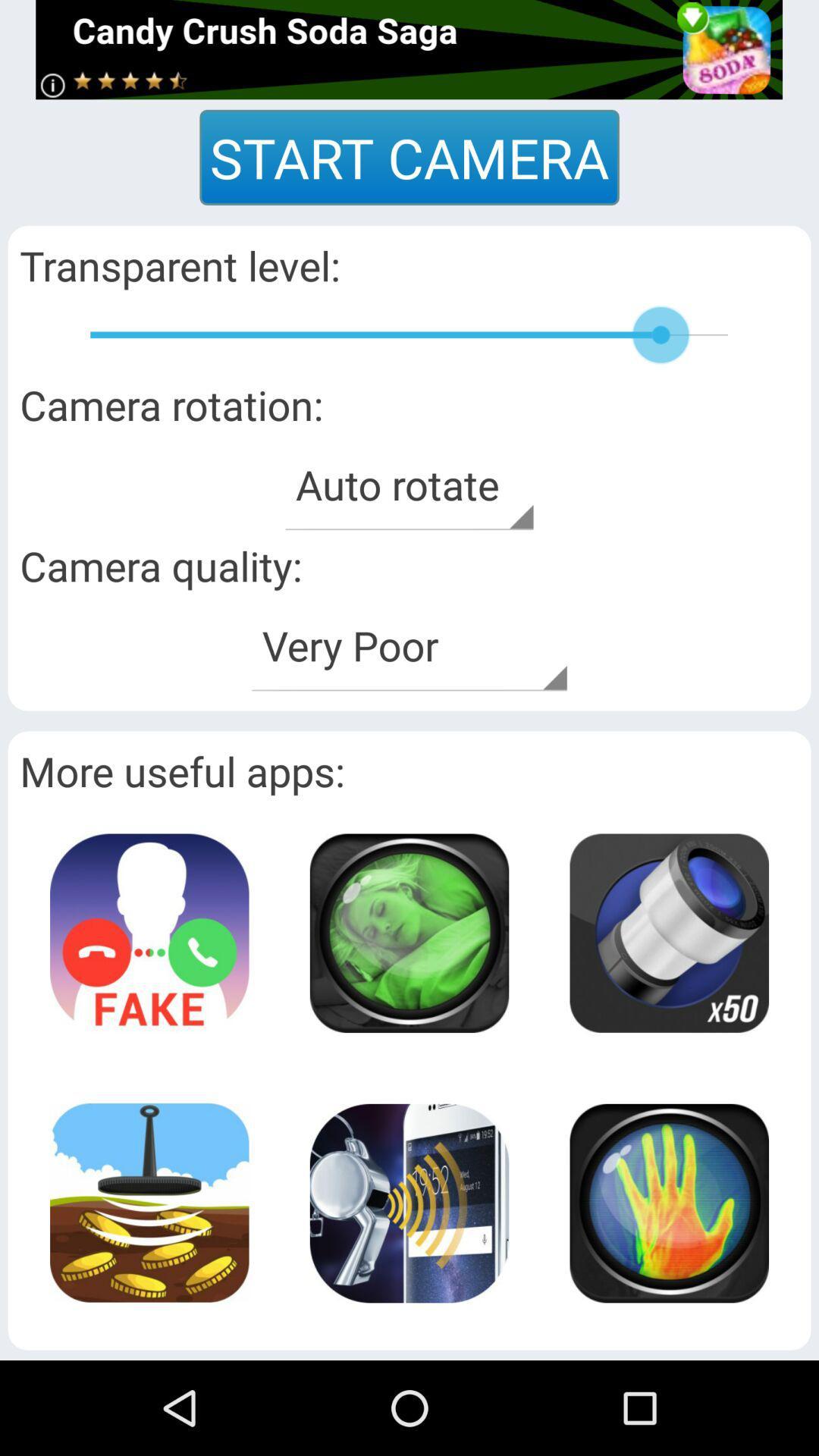  What do you see at coordinates (149, 1202) in the screenshot?
I see `icon page` at bounding box center [149, 1202].